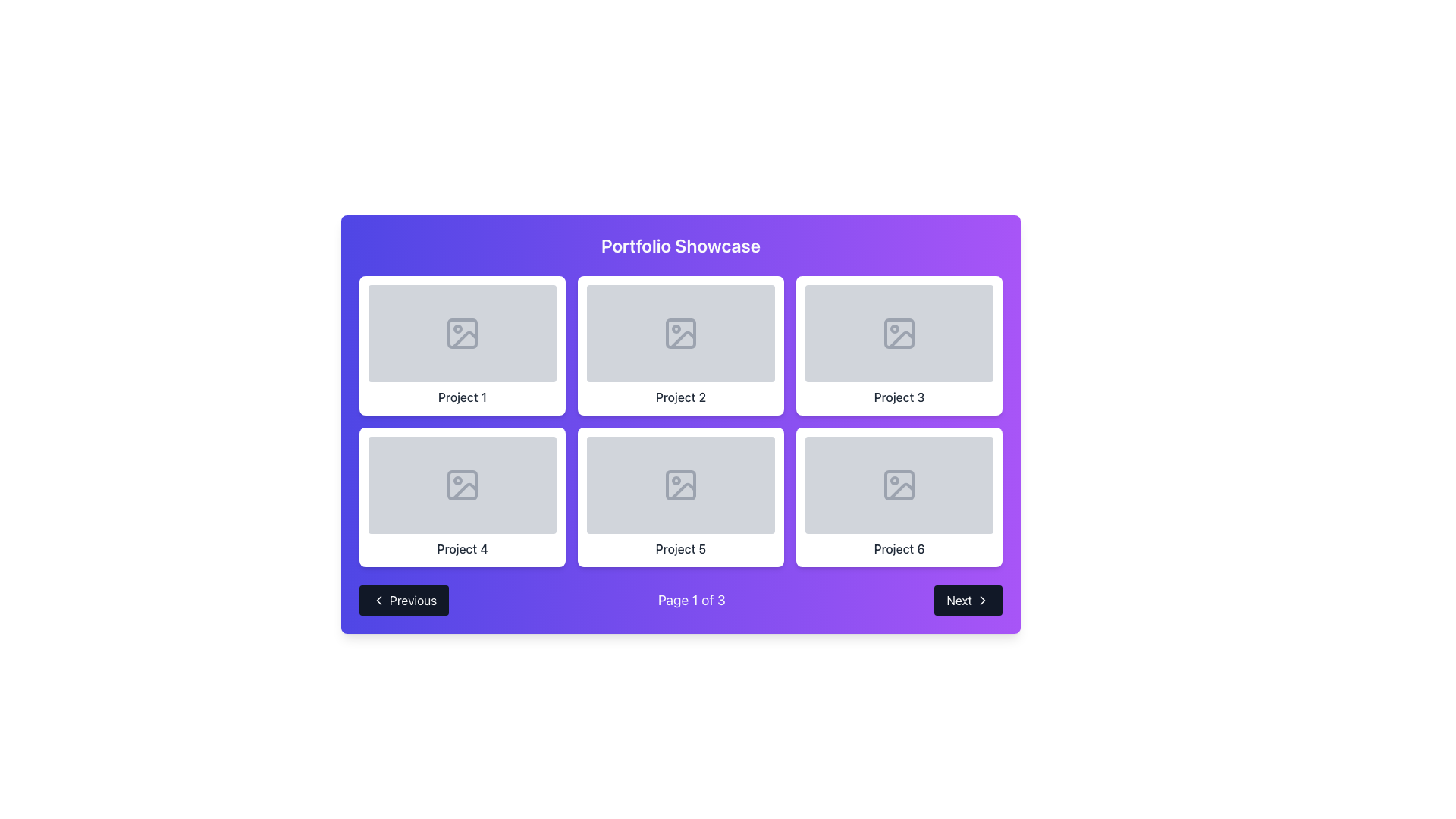  Describe the element at coordinates (461, 345) in the screenshot. I see `the Card element that has a white background, rounded corners, and contains a 'Project 1' label below a placeholder image, located in the top-left corner of a grid layout` at that location.